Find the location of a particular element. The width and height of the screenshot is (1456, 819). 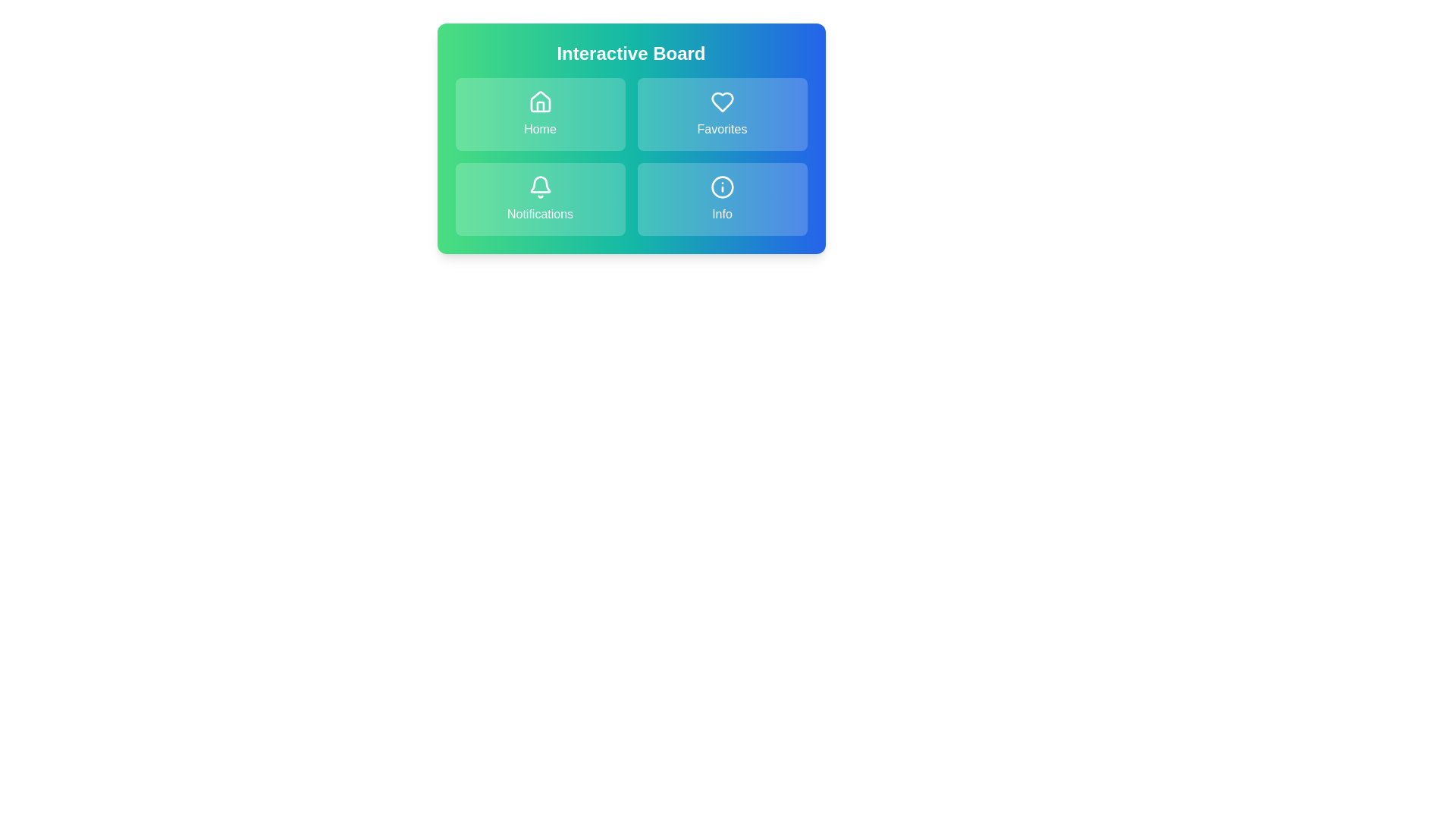

the house-shaped icon within the green 'Home' button located in the top-left quadrant of the 'Interactive Board' card is located at coordinates (540, 102).